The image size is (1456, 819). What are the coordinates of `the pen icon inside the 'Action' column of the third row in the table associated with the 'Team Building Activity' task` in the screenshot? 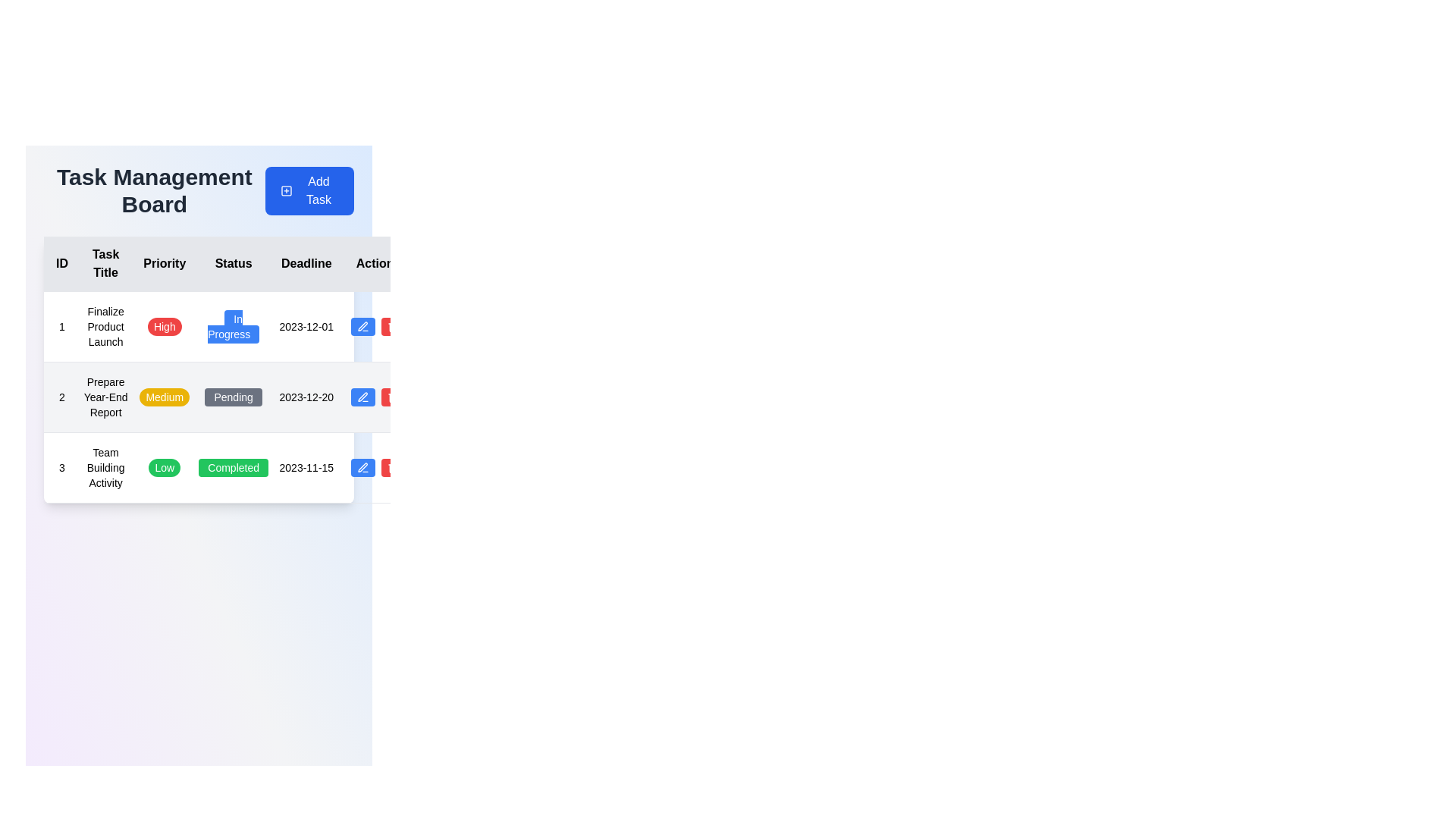 It's located at (362, 467).